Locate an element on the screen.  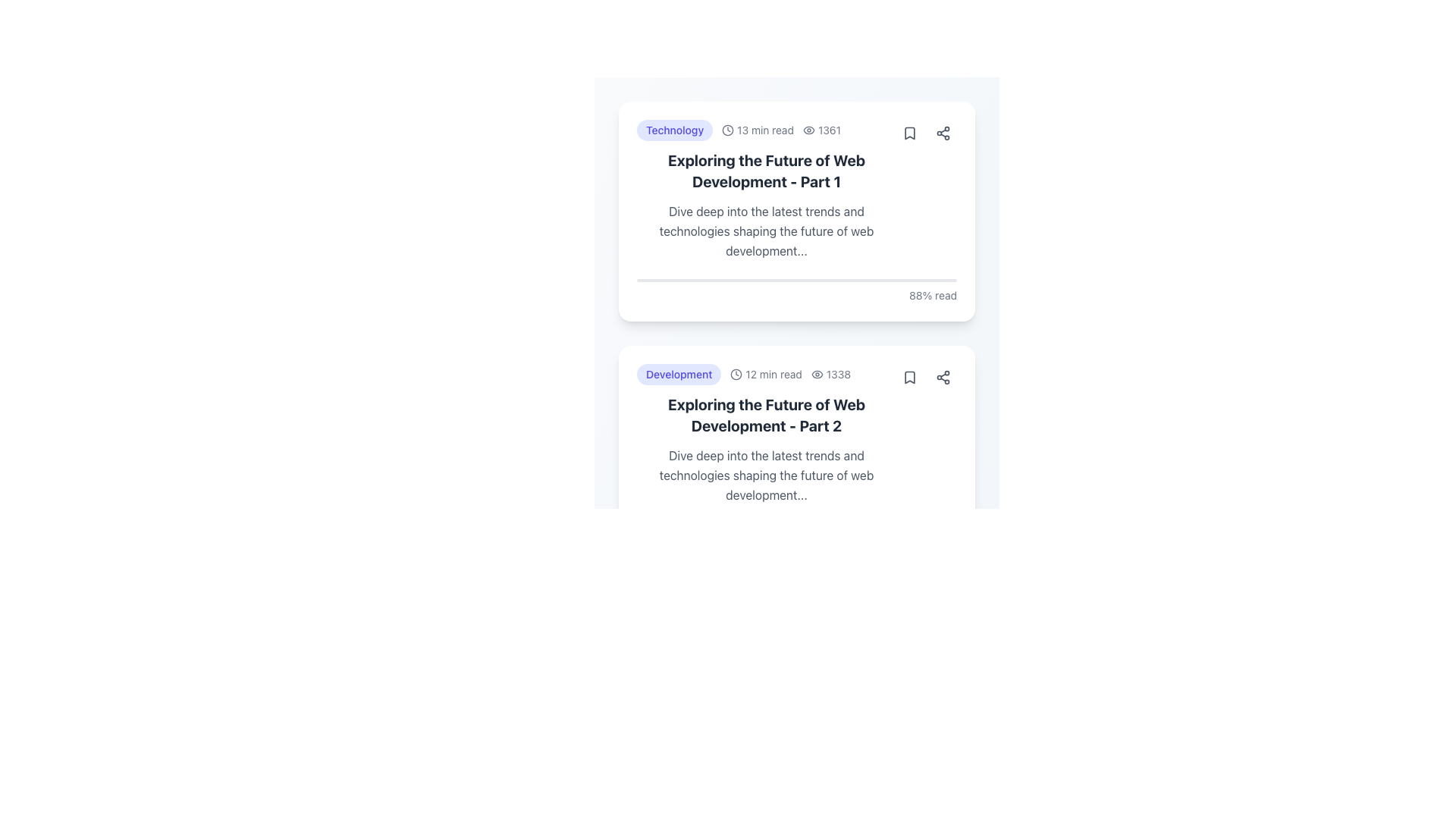
the share button icon located at the top-right corner of the card to share the content is located at coordinates (942, 376).